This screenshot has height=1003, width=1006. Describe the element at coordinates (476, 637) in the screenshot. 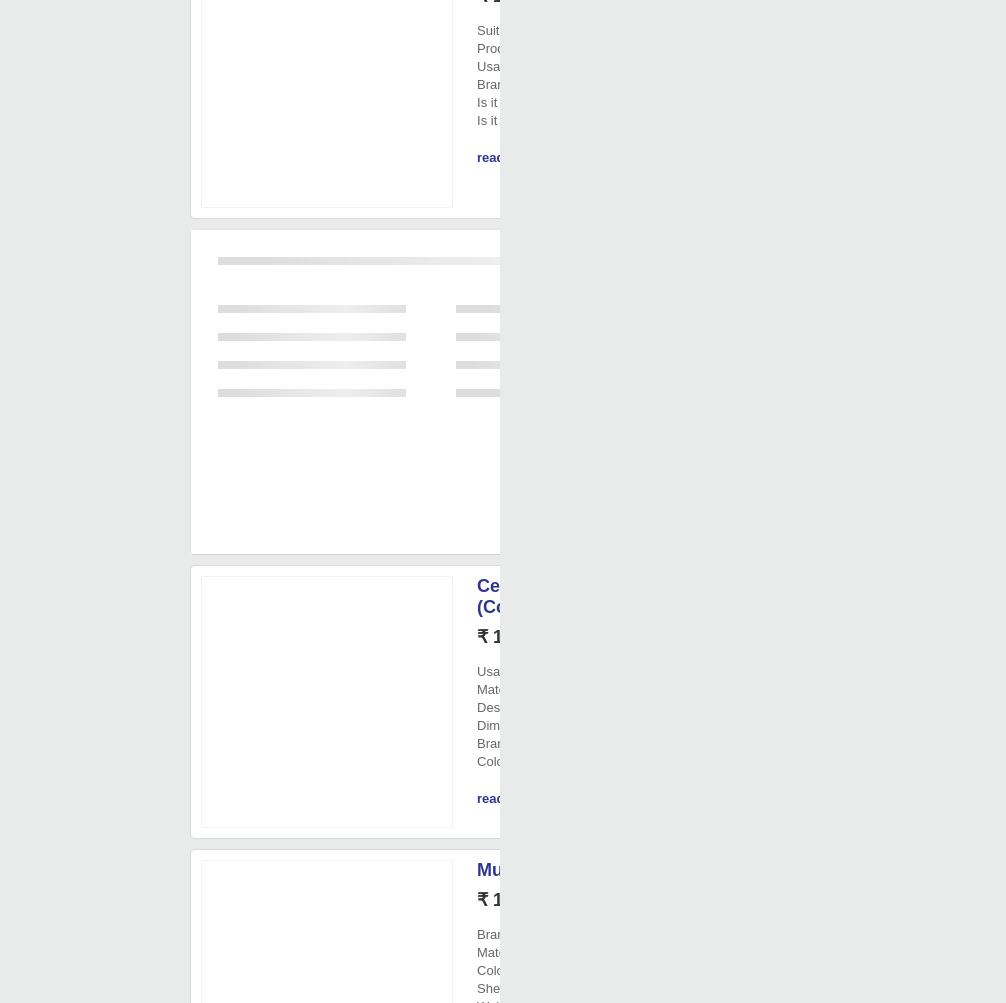

I see `'₹ 160/'` at that location.